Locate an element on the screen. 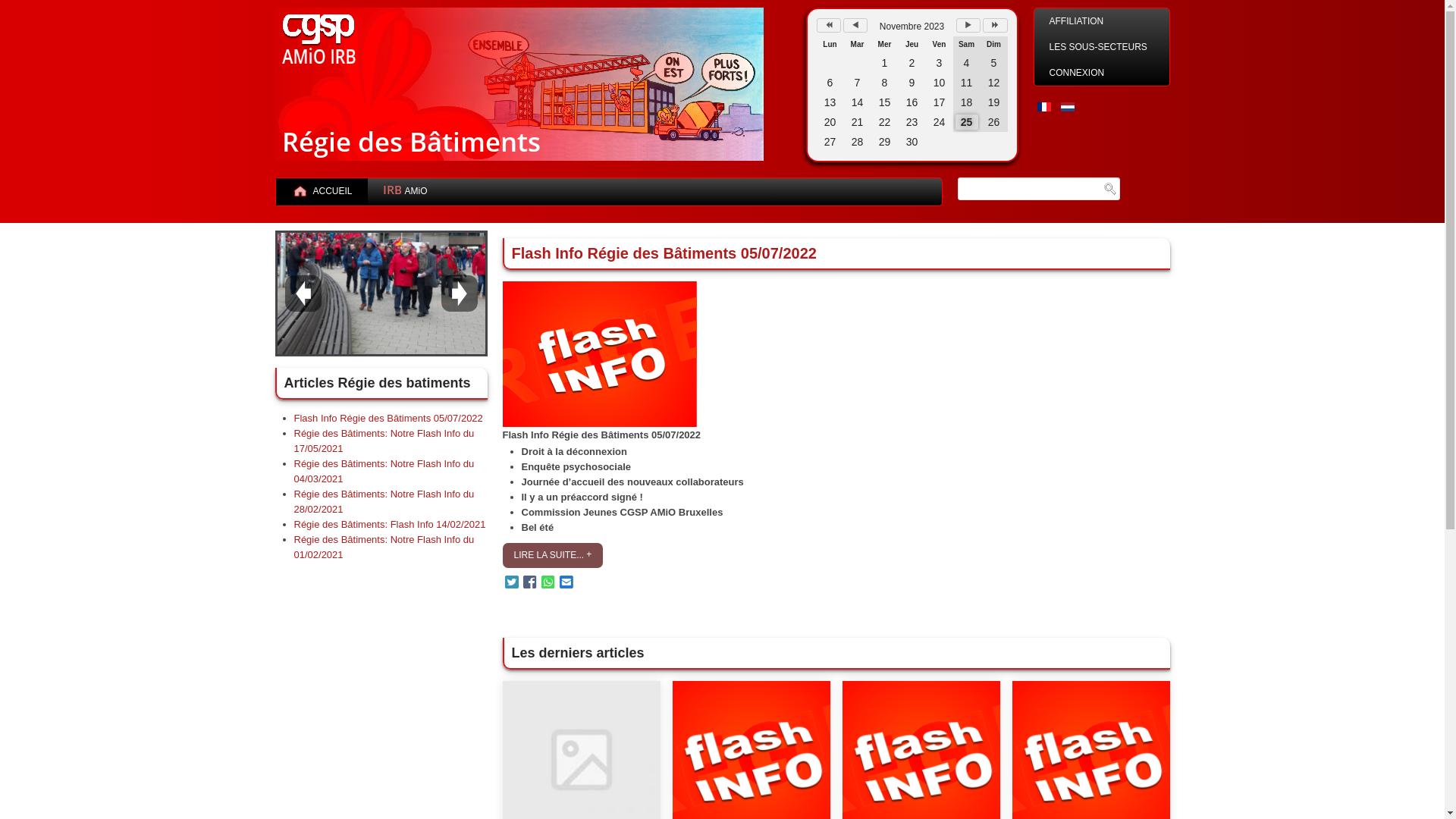  'CONNEXION' is located at coordinates (1102, 73).